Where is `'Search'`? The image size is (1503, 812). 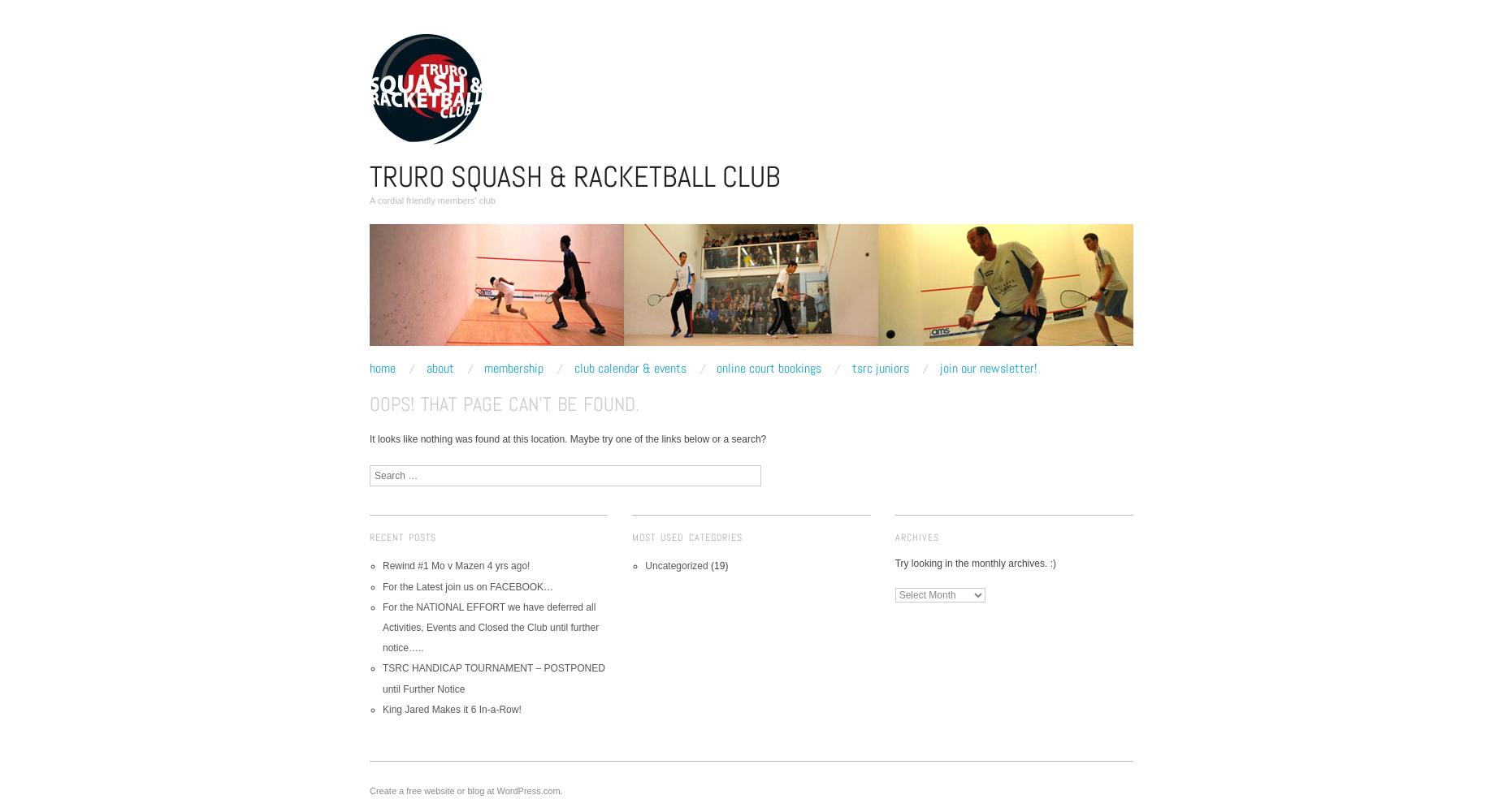
'Search' is located at coordinates (384, 471).